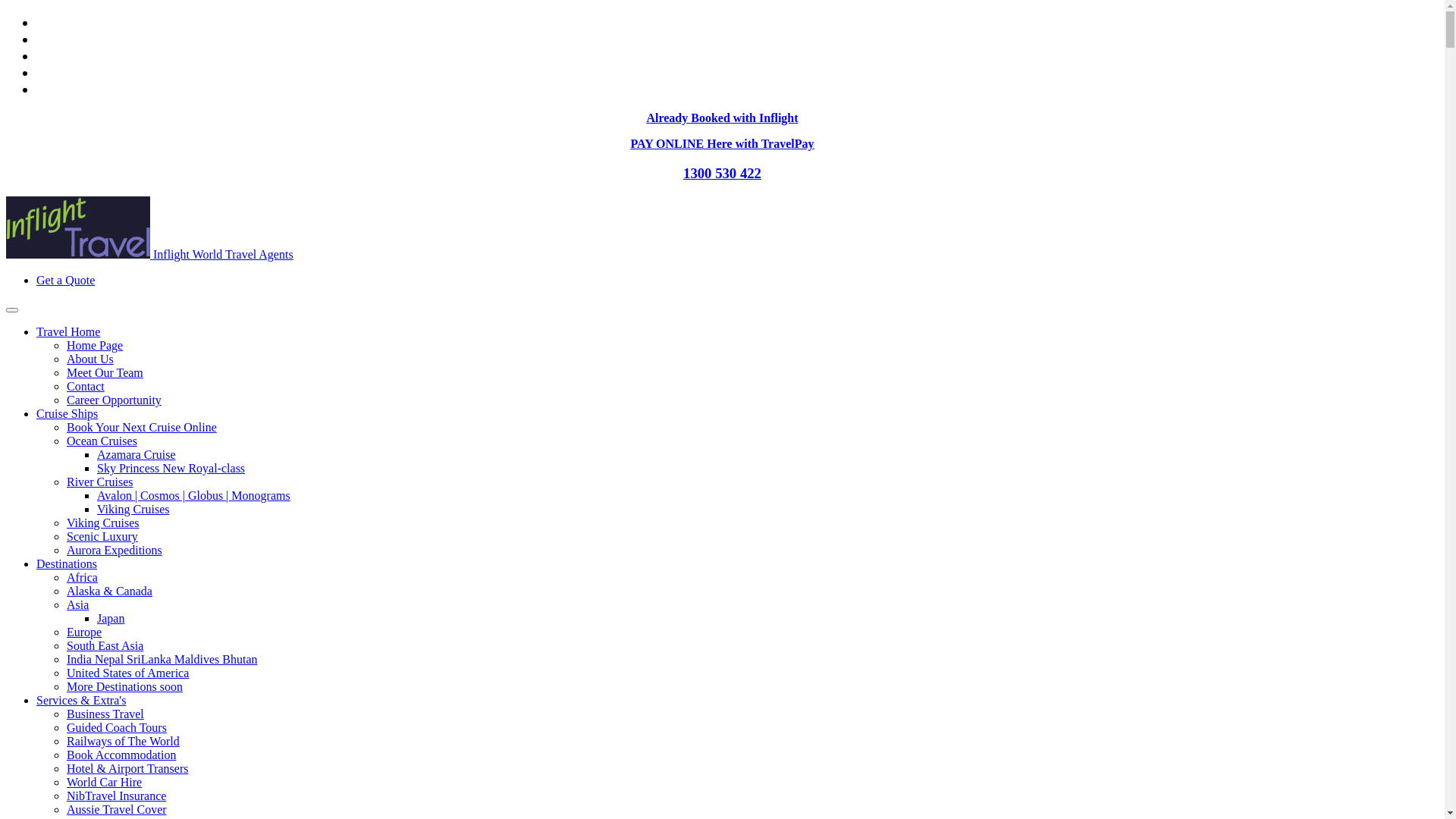 The width and height of the screenshot is (1456, 819). I want to click on 'United States of America', so click(127, 672).